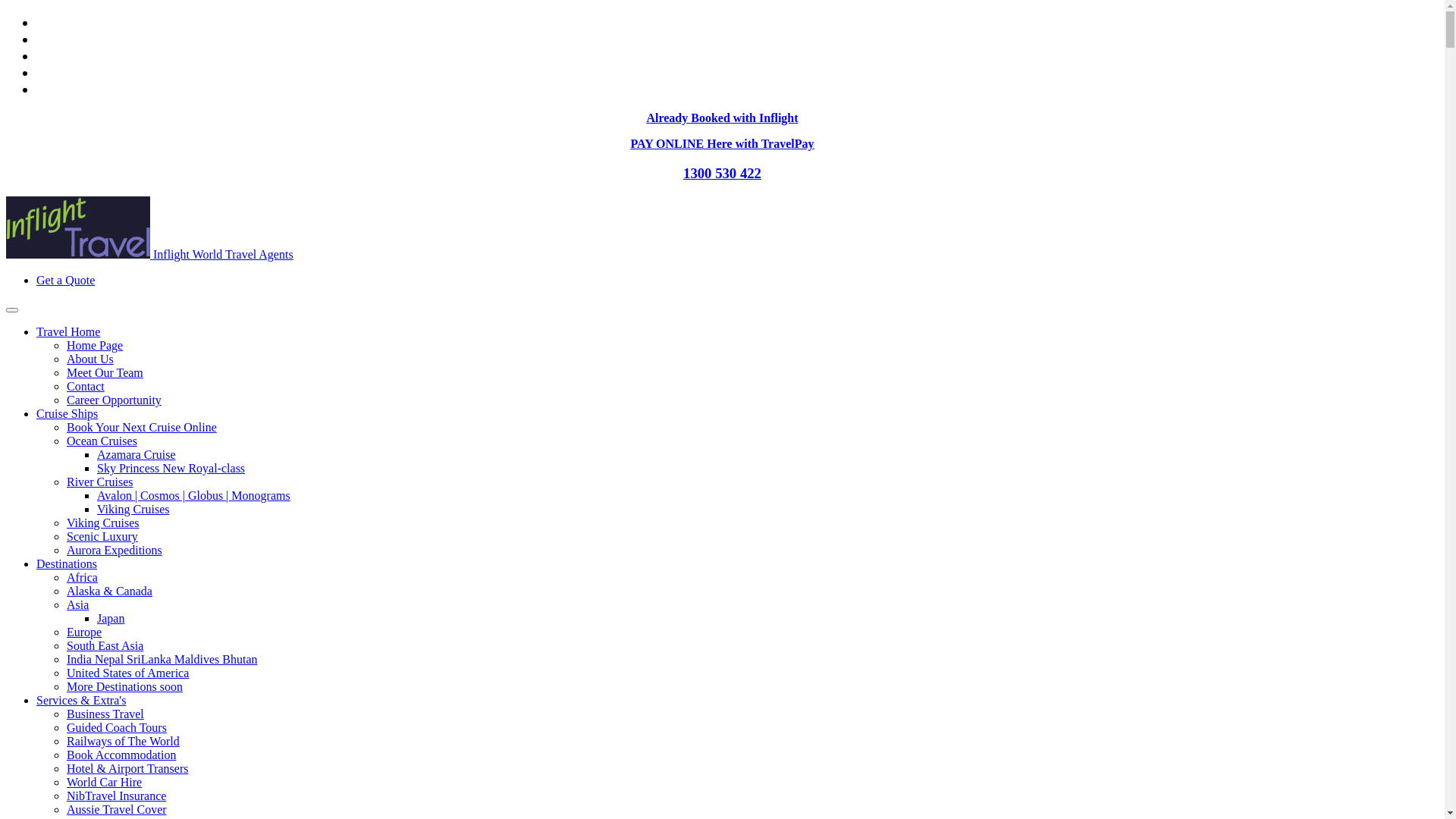 The width and height of the screenshot is (1456, 819). I want to click on 'United States of America', so click(127, 672).